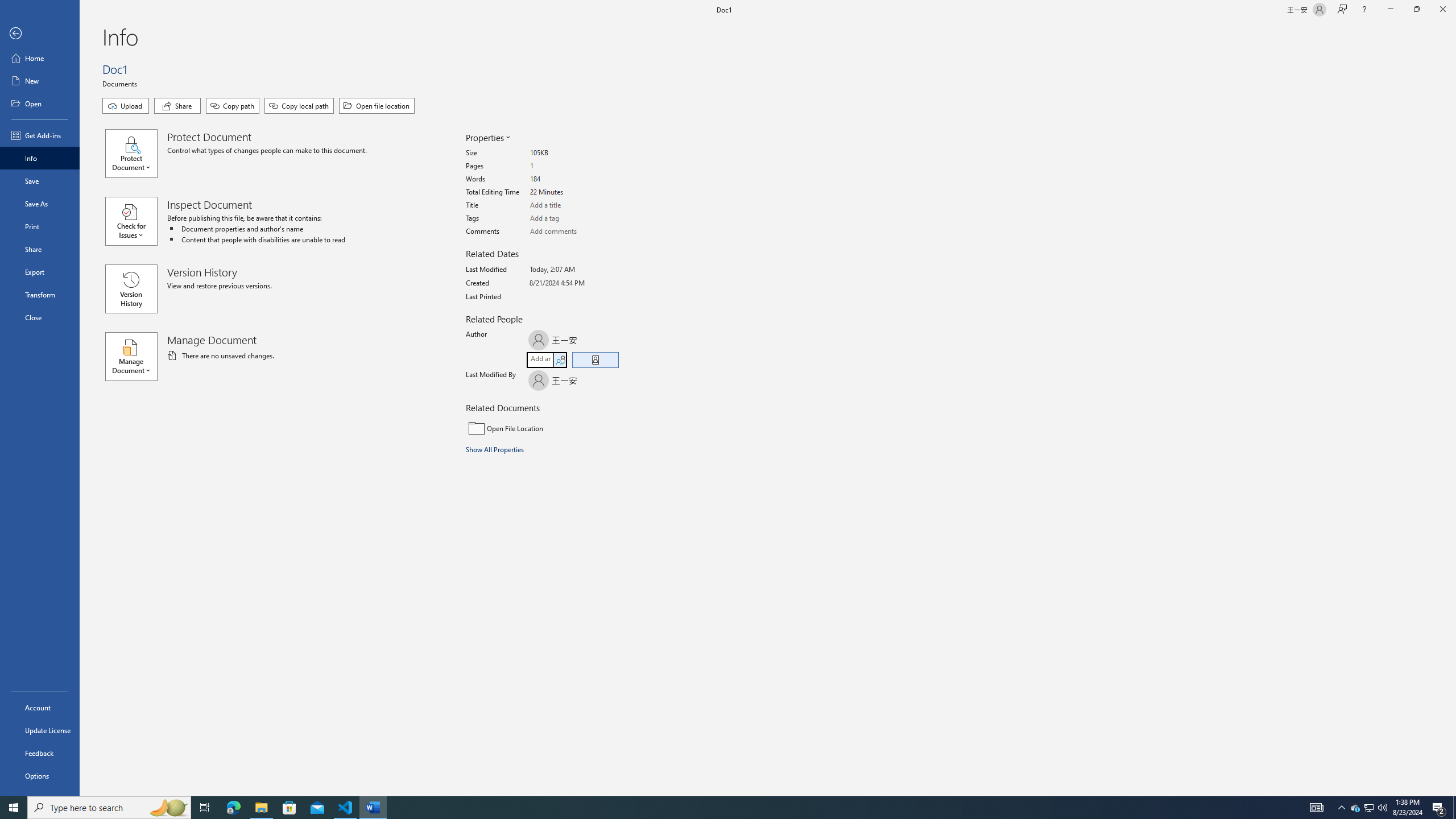 This screenshot has width=1456, height=819. What do you see at coordinates (39, 33) in the screenshot?
I see `'Back'` at bounding box center [39, 33].